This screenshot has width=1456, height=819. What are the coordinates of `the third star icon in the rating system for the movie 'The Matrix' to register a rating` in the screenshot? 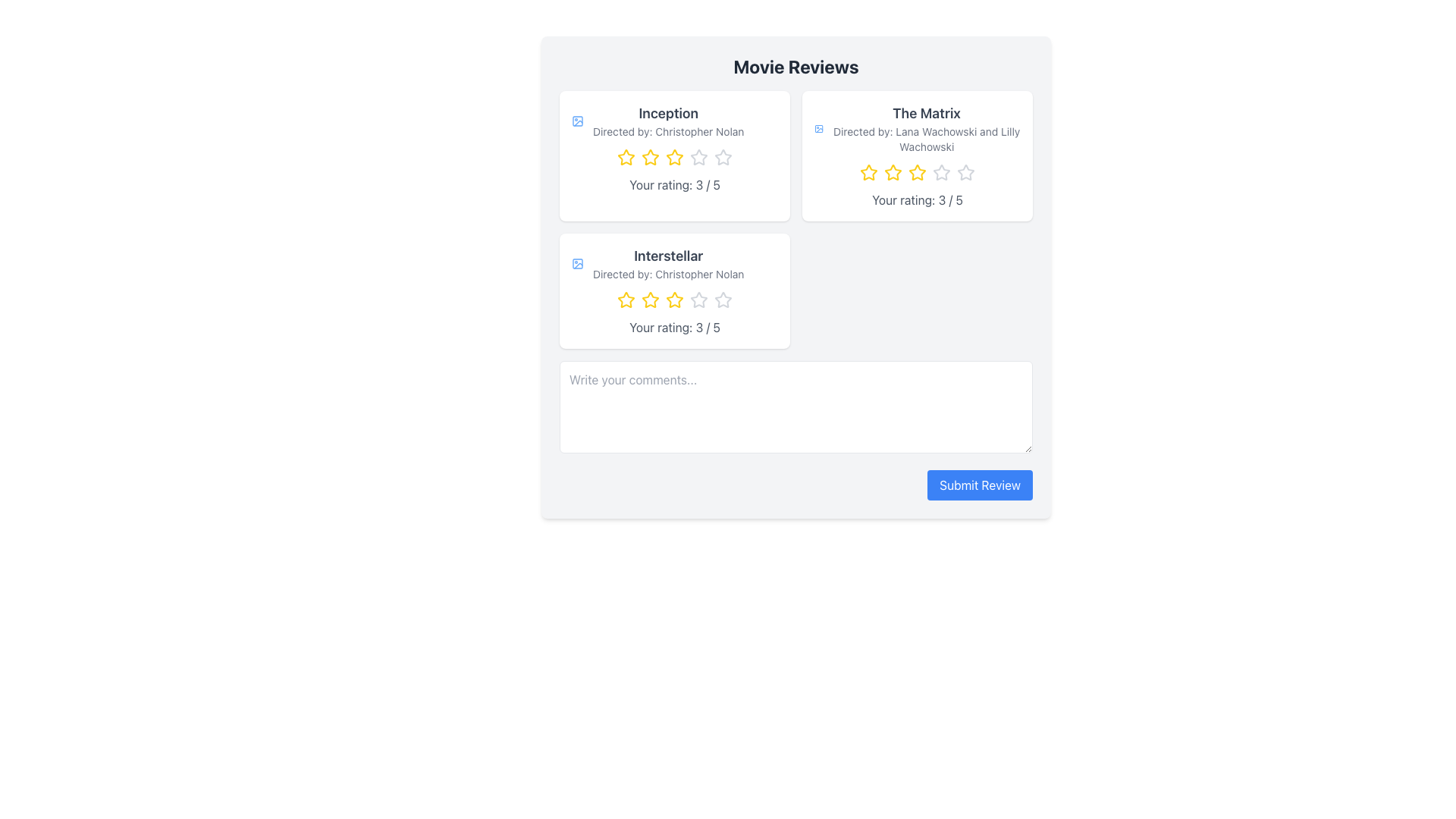 It's located at (916, 171).